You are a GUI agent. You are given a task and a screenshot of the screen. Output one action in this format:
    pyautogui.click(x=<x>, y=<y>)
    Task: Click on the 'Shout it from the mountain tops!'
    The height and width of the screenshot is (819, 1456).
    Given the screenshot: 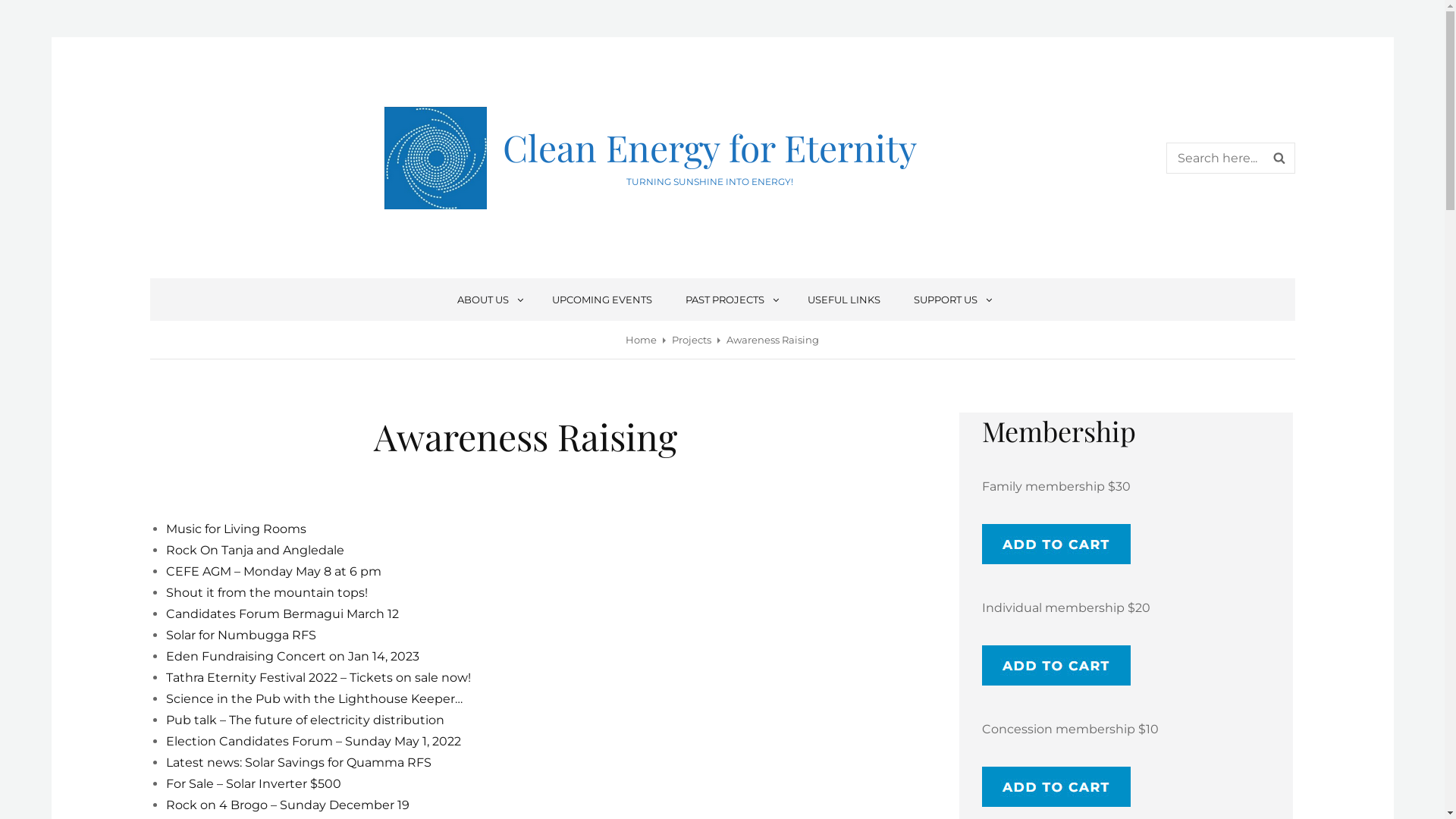 What is the action you would take?
    pyautogui.click(x=265, y=591)
    